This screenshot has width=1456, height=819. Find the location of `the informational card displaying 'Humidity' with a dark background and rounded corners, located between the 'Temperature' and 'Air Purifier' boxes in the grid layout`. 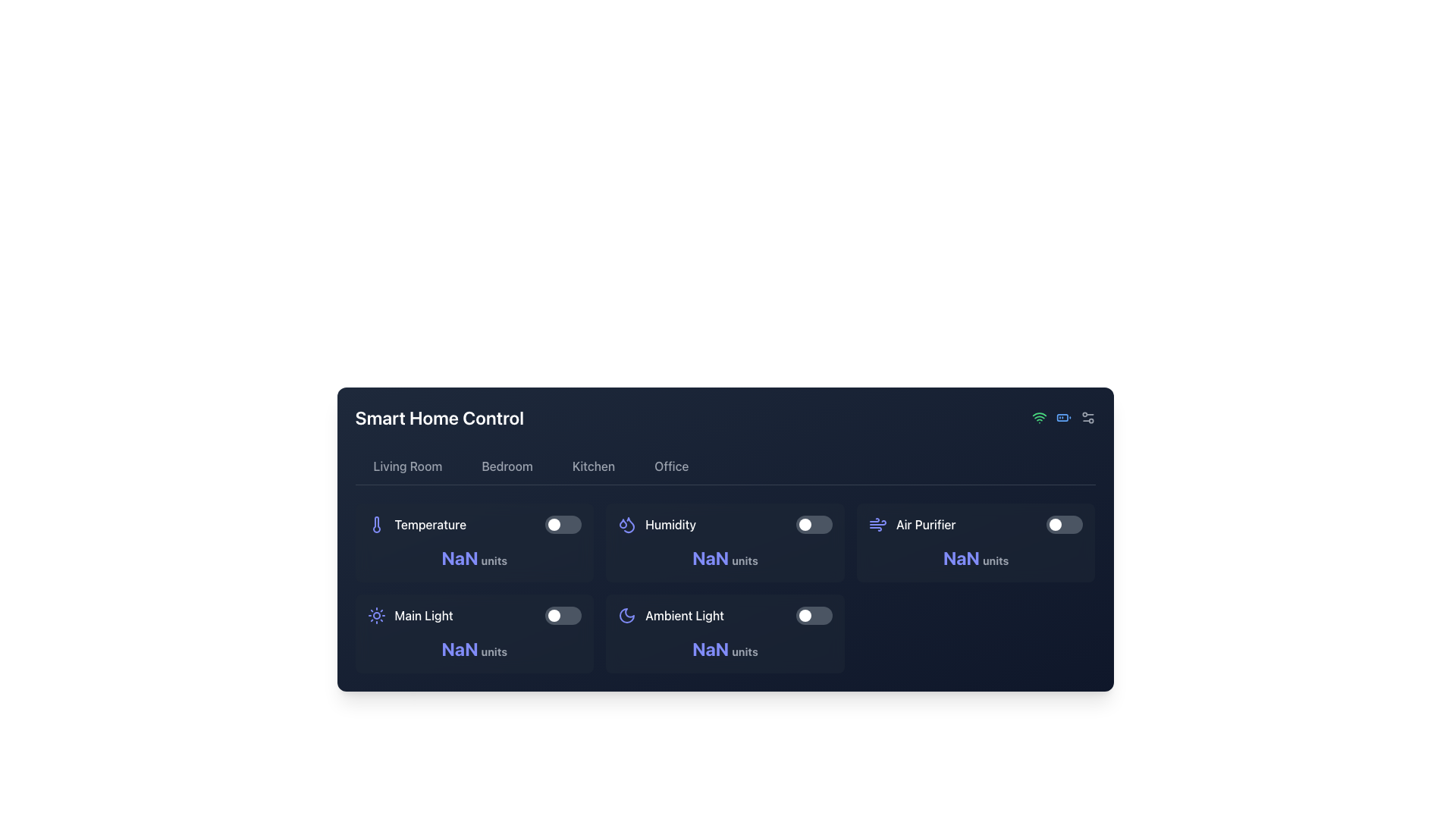

the informational card displaying 'Humidity' with a dark background and rounded corners, located between the 'Temperature' and 'Air Purifier' boxes in the grid layout is located at coordinates (724, 542).